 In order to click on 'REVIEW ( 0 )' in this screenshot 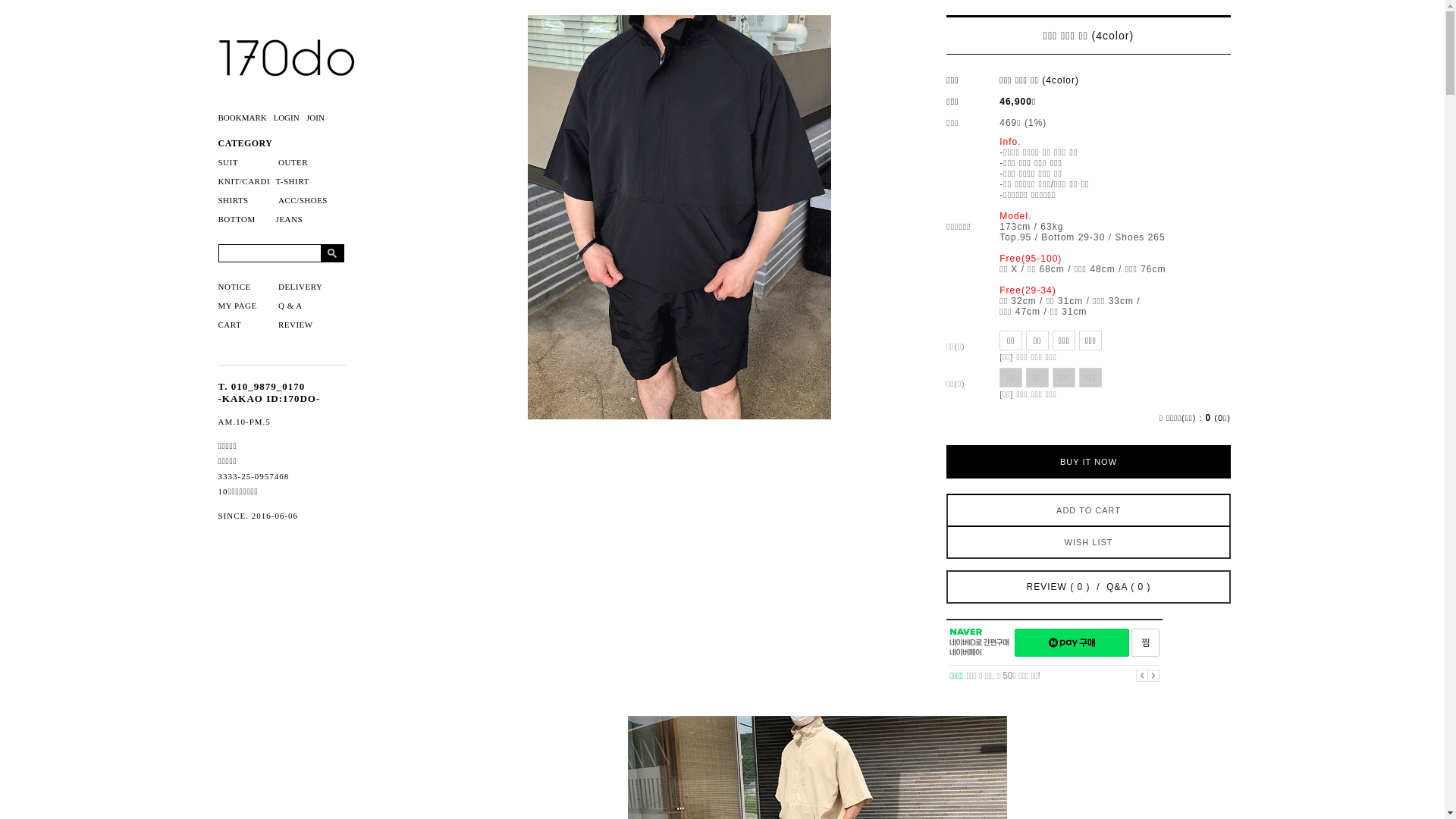, I will do `click(1058, 586)`.